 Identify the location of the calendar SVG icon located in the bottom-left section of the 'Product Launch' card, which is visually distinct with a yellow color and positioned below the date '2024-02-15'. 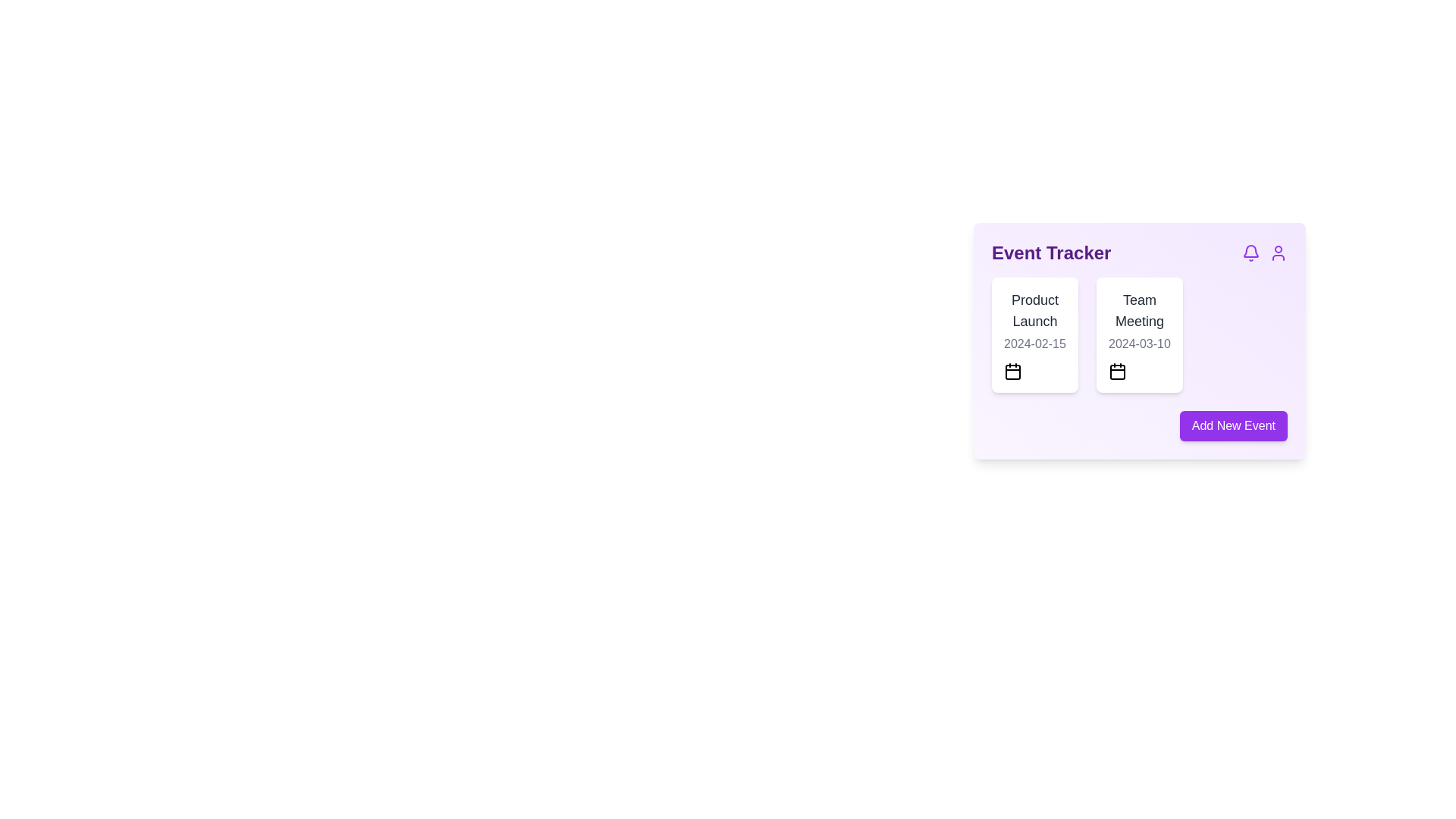
(1012, 371).